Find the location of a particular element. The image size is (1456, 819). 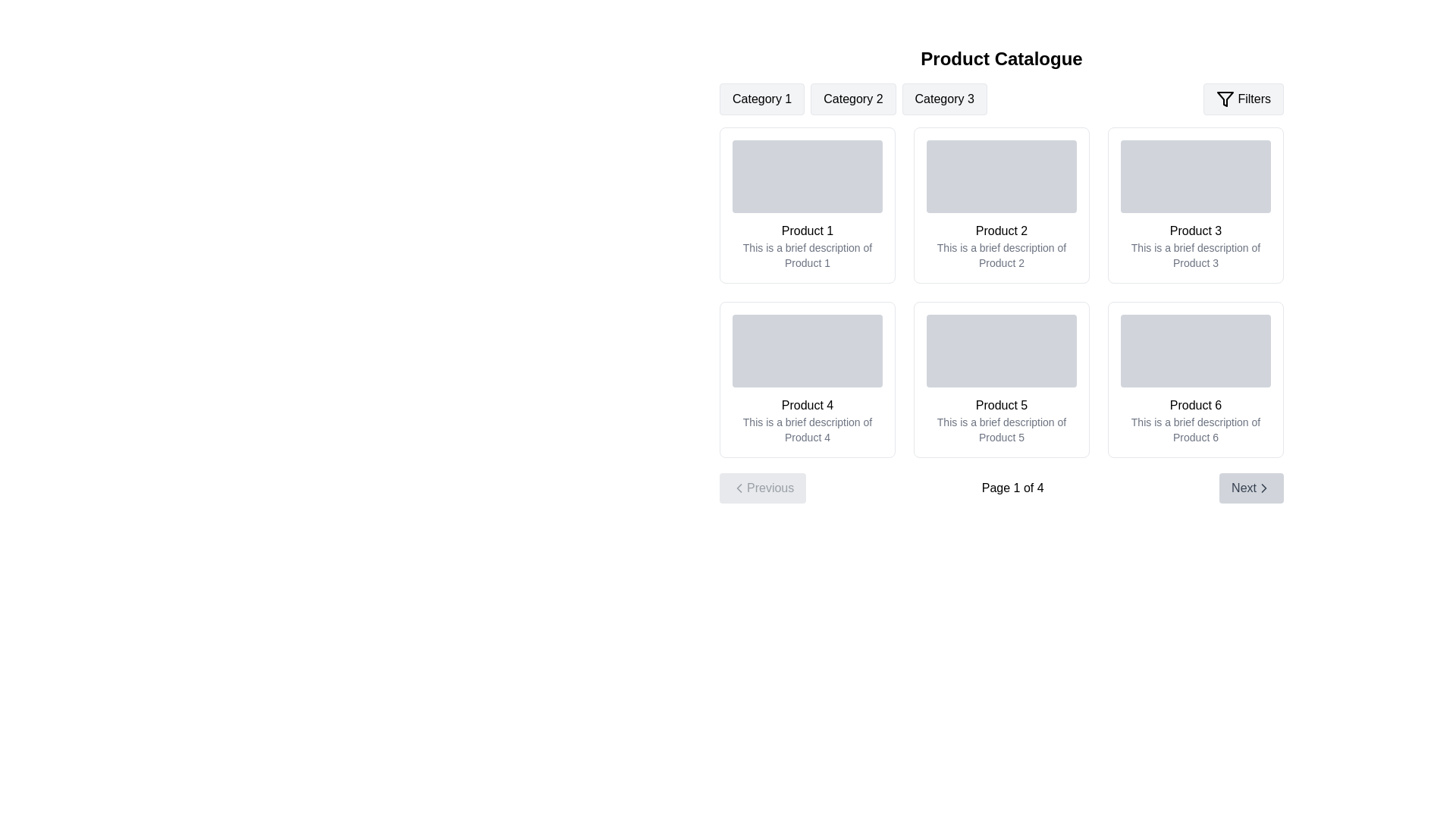

header label that displays 'Product Catalogue', which is a bold text label positioned at the top of the page content area is located at coordinates (1001, 58).